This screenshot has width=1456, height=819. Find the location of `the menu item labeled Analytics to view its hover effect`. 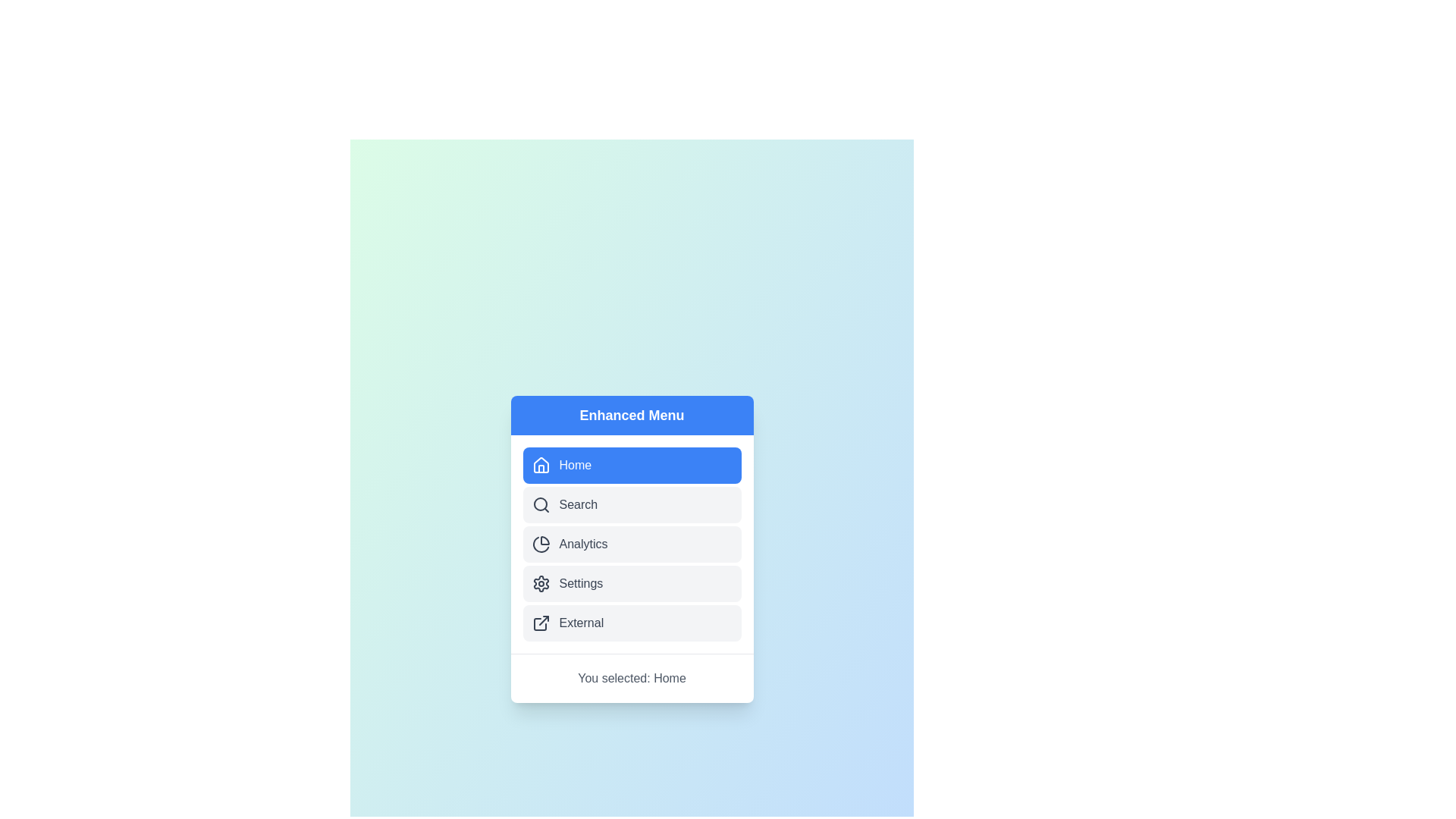

the menu item labeled Analytics to view its hover effect is located at coordinates (632, 543).